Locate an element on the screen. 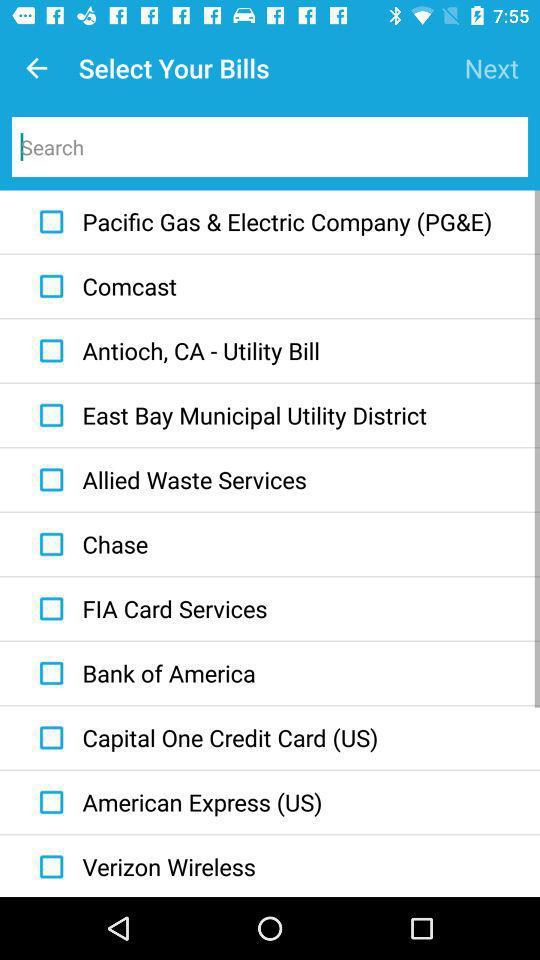 This screenshot has height=960, width=540. icon to the right of select your bills item is located at coordinates (490, 68).